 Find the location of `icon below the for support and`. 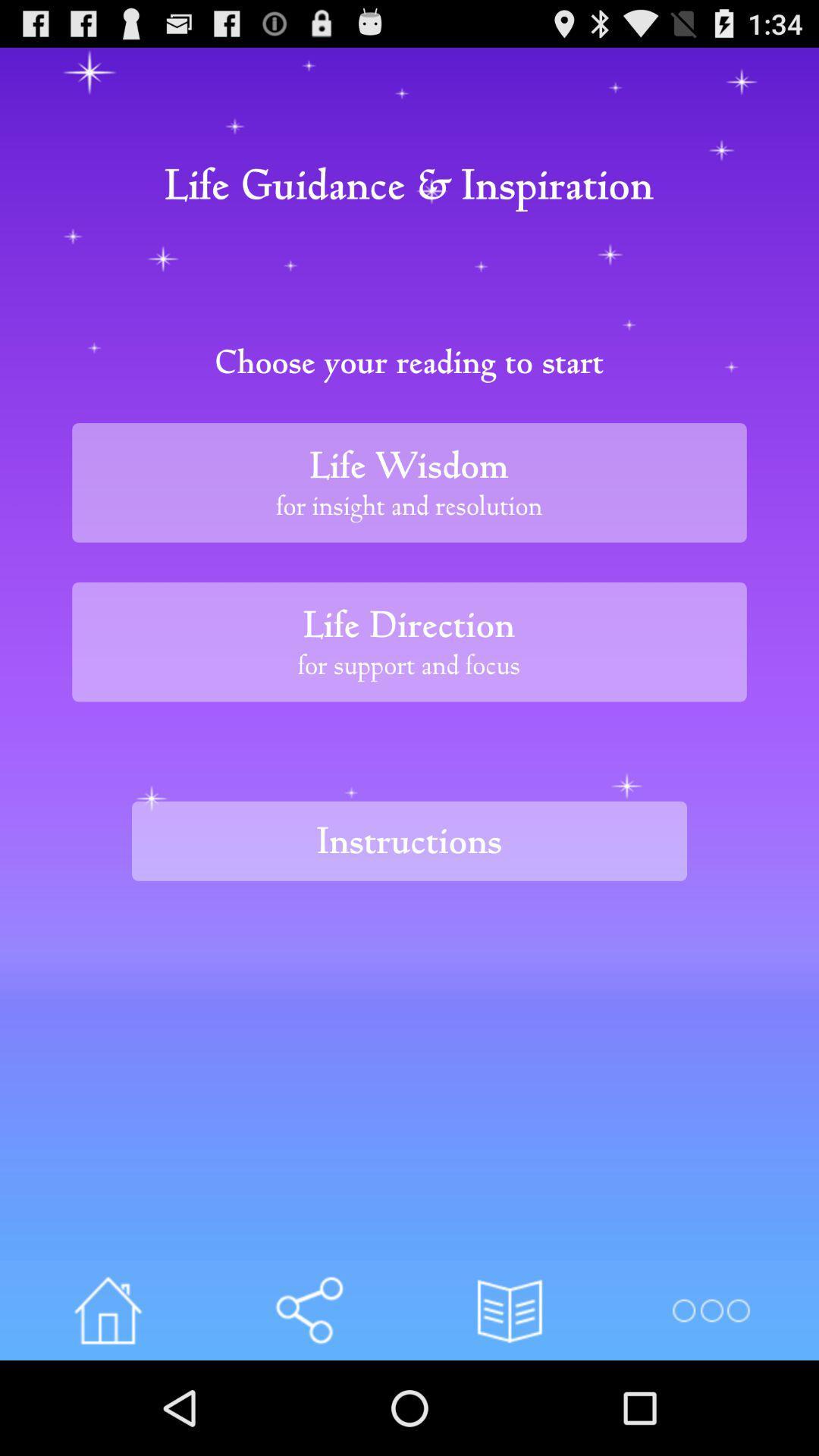

icon below the for support and is located at coordinates (409, 840).